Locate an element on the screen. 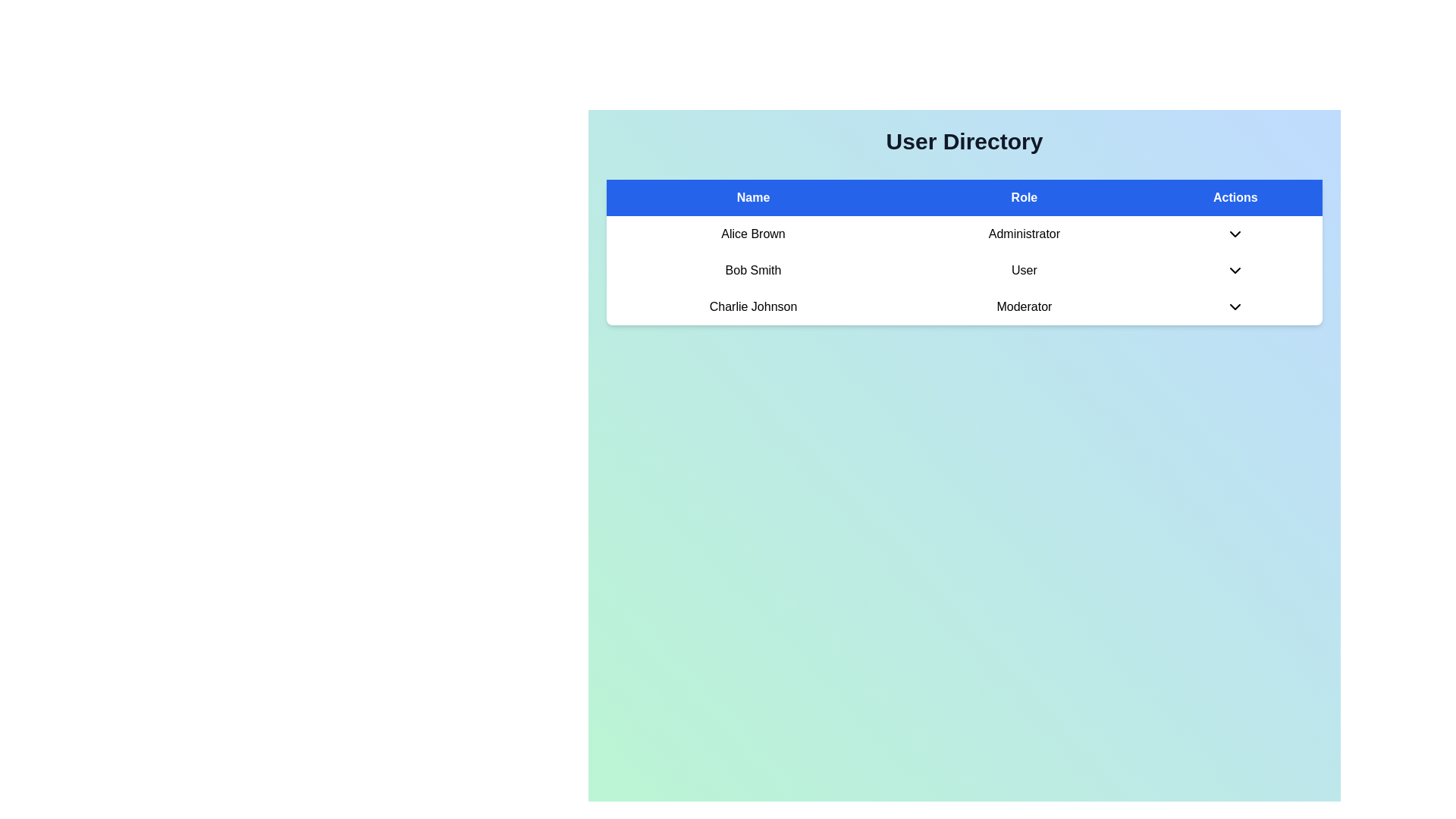 Image resolution: width=1456 pixels, height=819 pixels. the Text Label displaying 'Moderator' located in the Role column of the table, positioned in the second cell of the third row, adjacent to 'Charlie Johnson' and a downward-pointing icon is located at coordinates (1024, 307).